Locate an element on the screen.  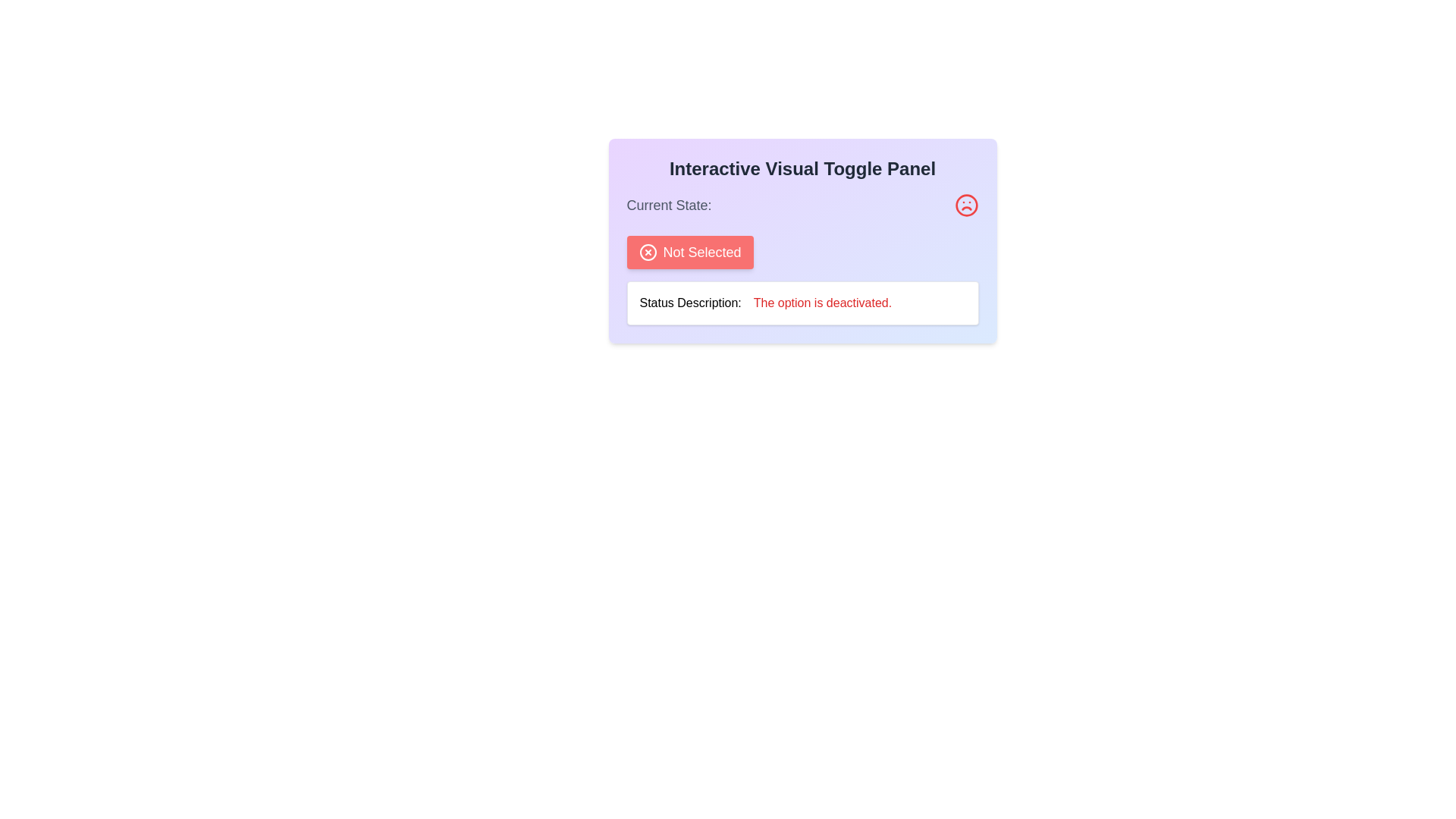
header text located at the topmost section of the styled panel, which provides context for the content presented in the panel is located at coordinates (802, 169).